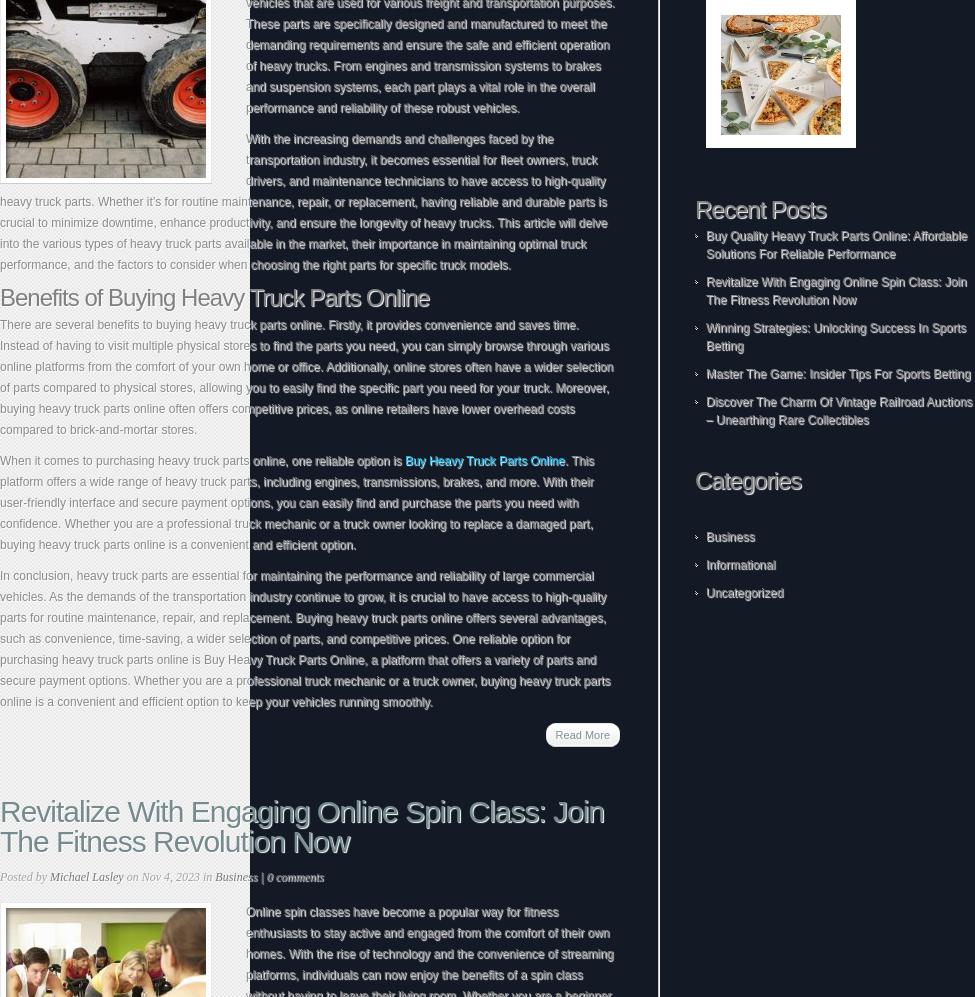 The width and height of the screenshot is (975, 997). Describe the element at coordinates (759, 208) in the screenshot. I see `'Recent Posts'` at that location.